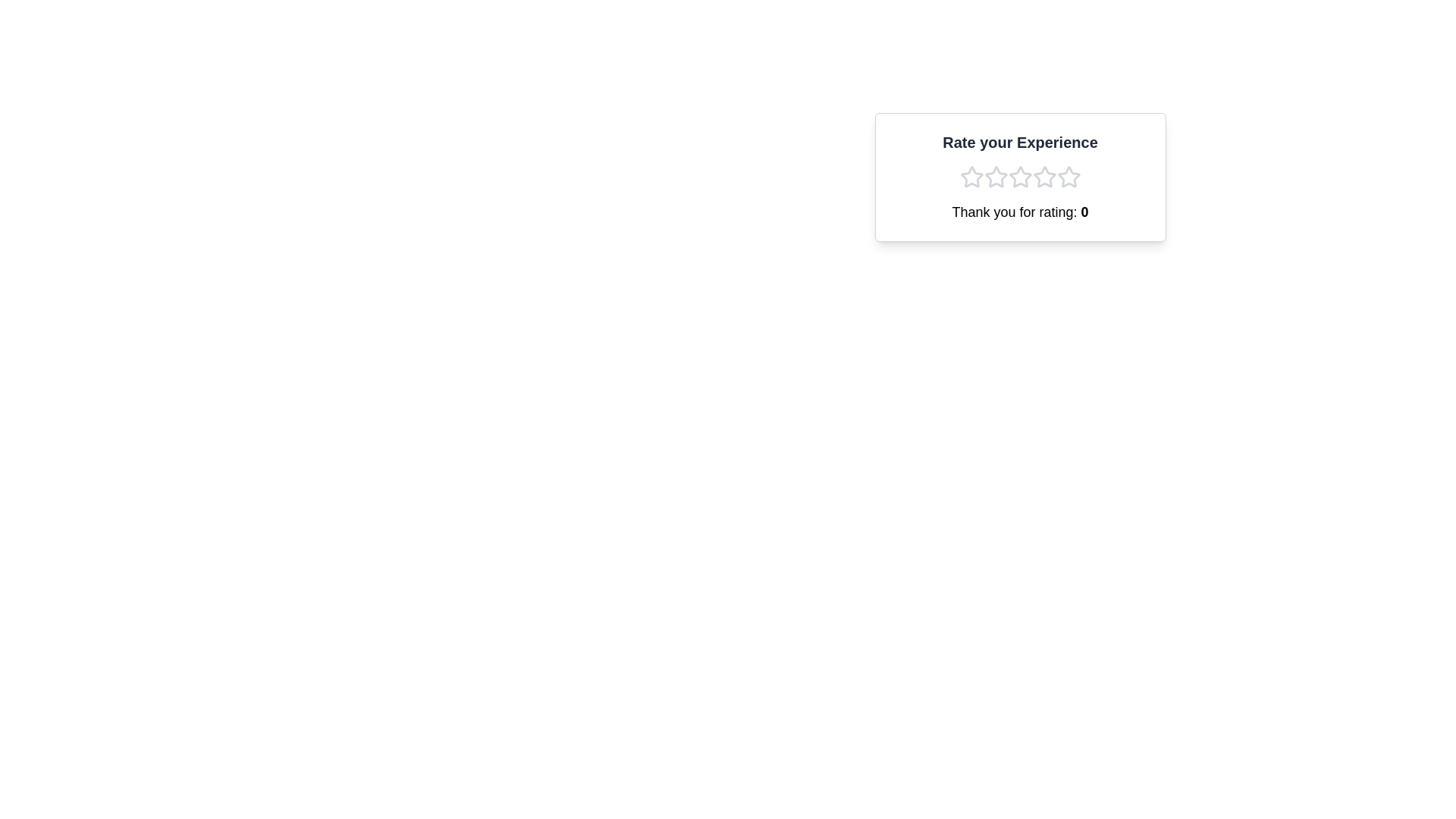 The width and height of the screenshot is (1456, 819). What do you see at coordinates (1068, 176) in the screenshot?
I see `the fifth star in the rating system, which represents the maximum rating option` at bounding box center [1068, 176].